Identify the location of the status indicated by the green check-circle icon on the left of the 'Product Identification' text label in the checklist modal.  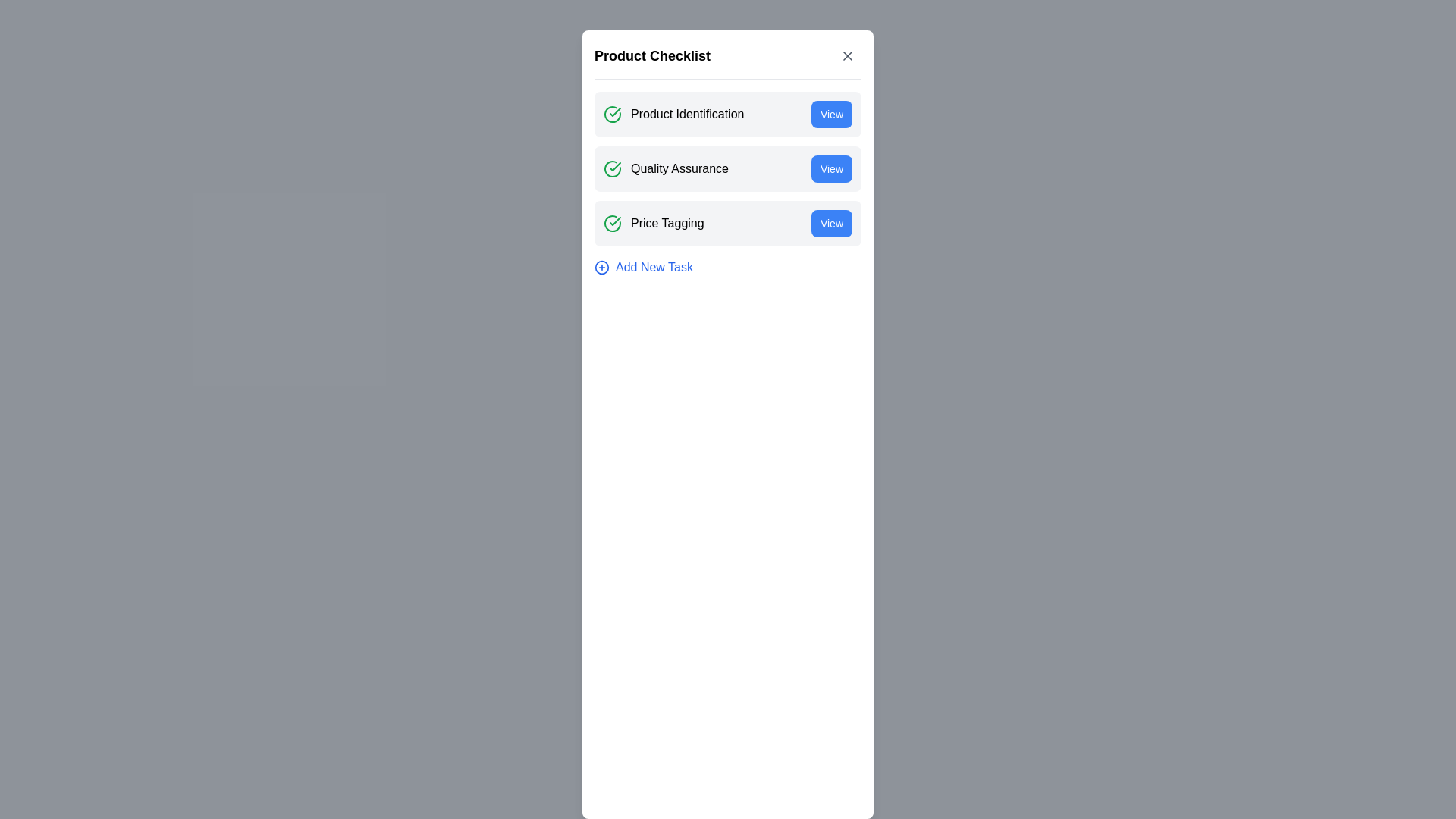
(673, 113).